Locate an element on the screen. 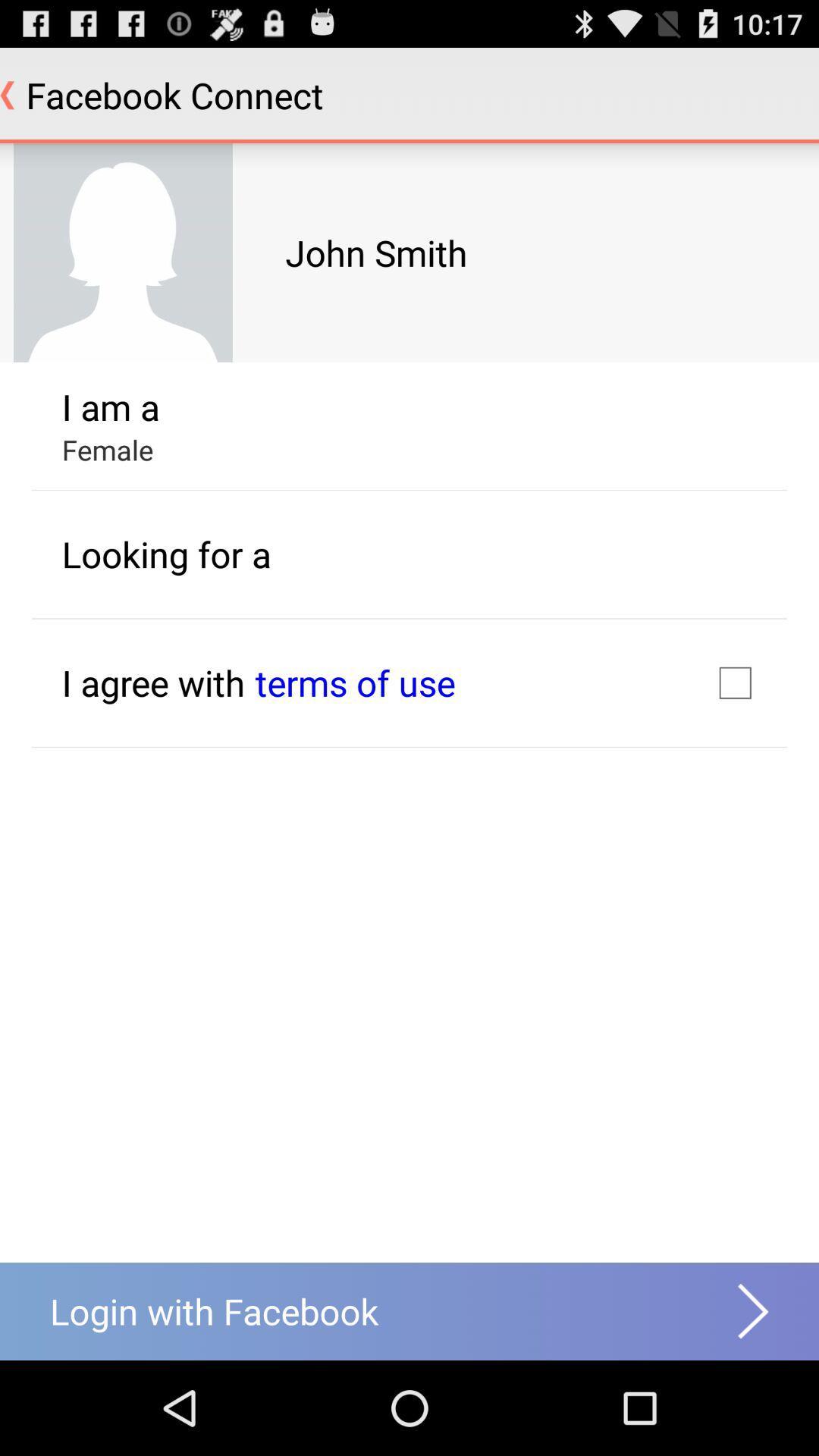  i agree with is located at coordinates (153, 682).